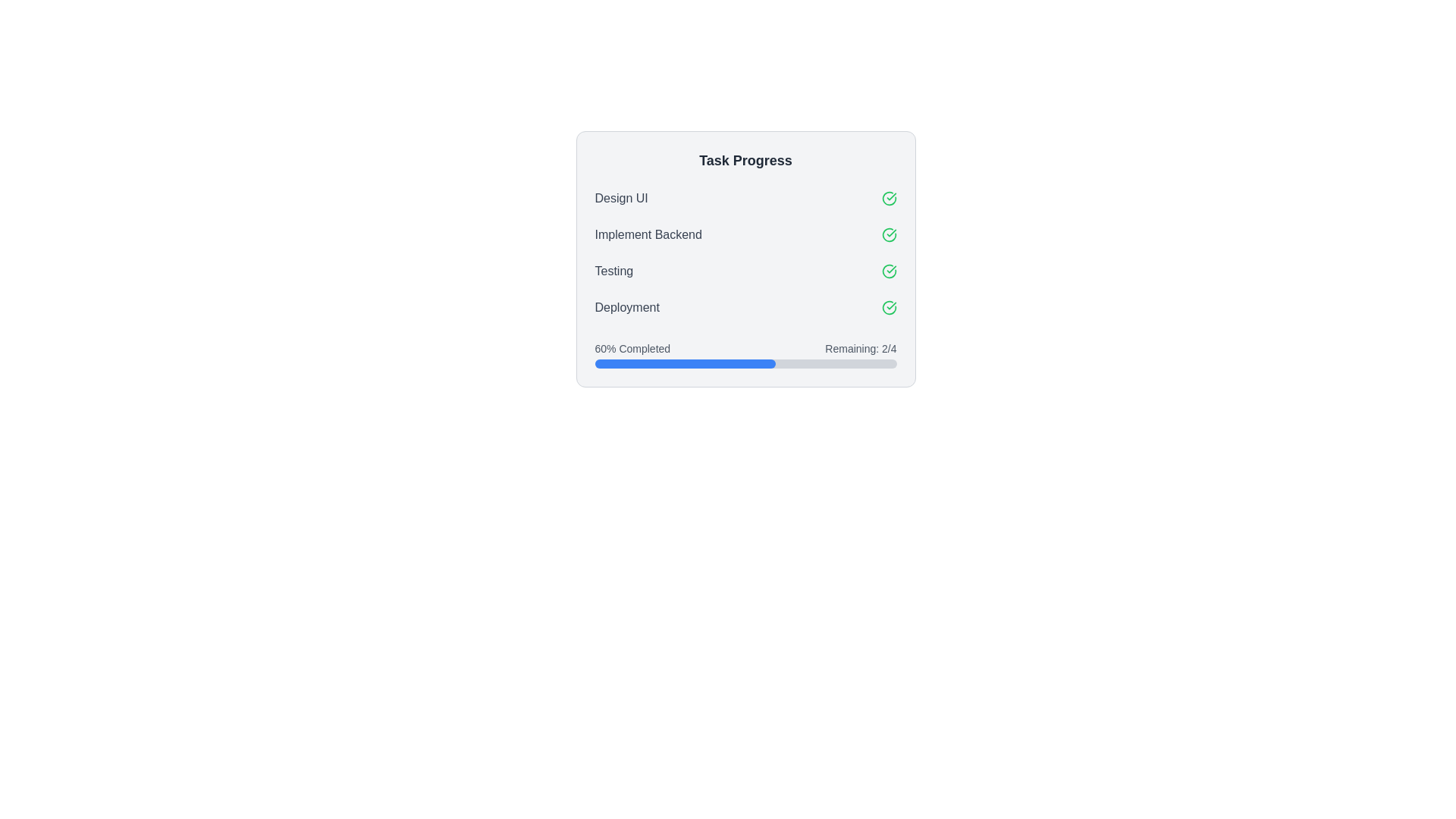  What do you see at coordinates (889, 307) in the screenshot?
I see `the Completion Indicator Icon that indicates the completed status of the 'Deployment' task in the progress list, located near the text 'Deployment' as the fourth icon in the sequence` at bounding box center [889, 307].